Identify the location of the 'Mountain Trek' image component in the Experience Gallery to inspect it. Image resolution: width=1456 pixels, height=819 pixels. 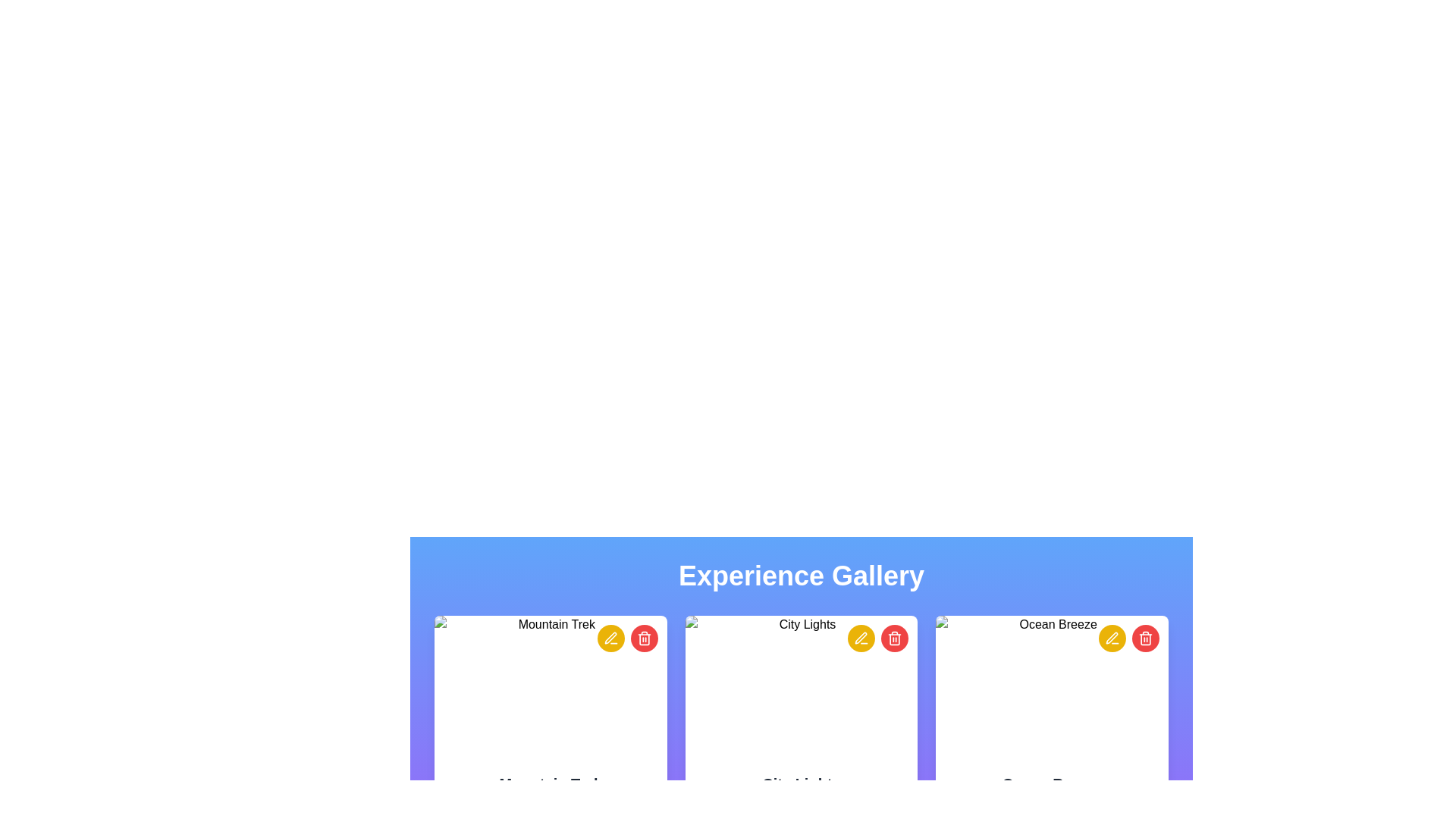
(550, 688).